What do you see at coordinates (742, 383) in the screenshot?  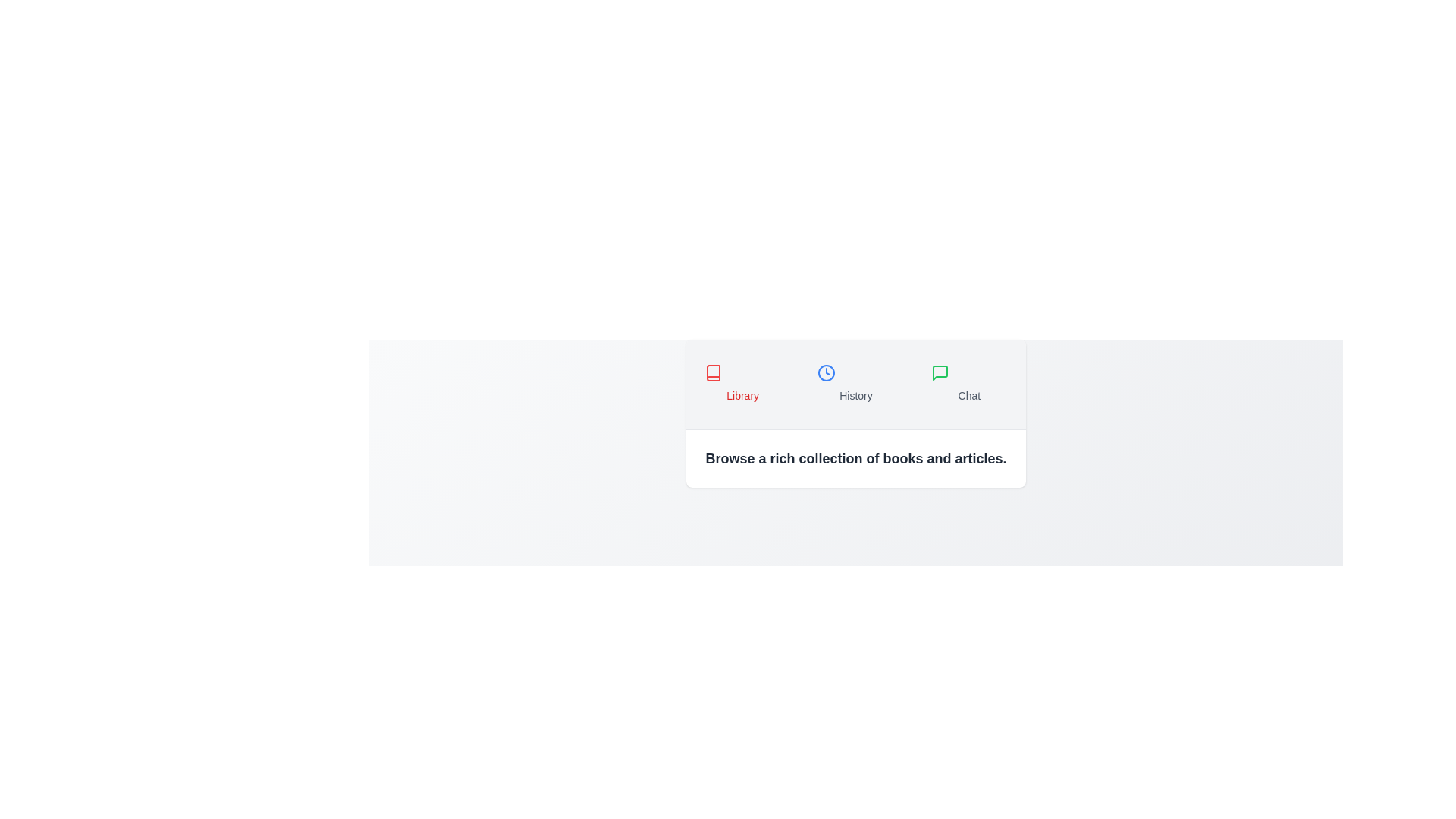 I see `the Library tab` at bounding box center [742, 383].